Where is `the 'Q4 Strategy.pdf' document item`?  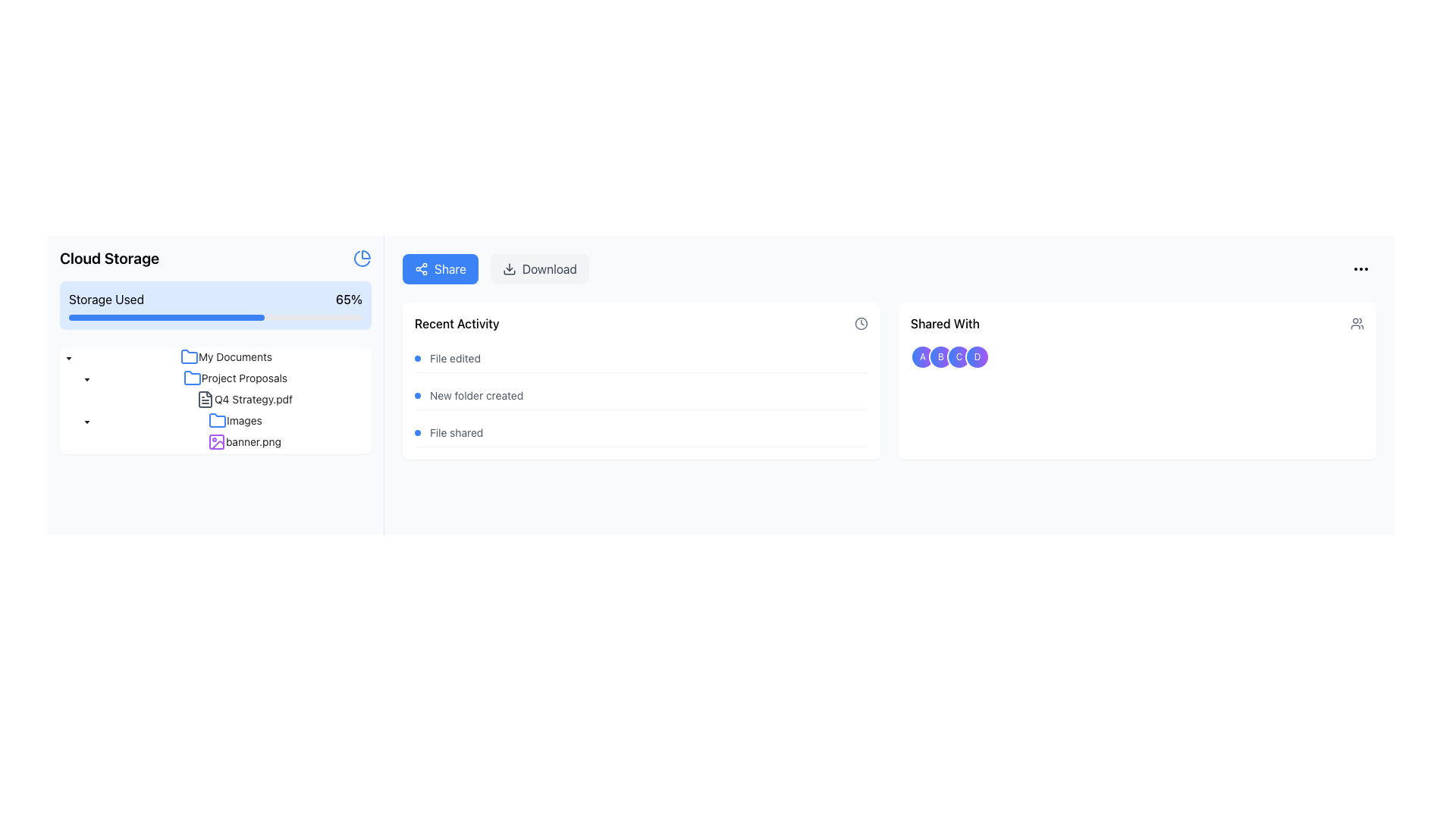
the 'Q4 Strategy.pdf' document item is located at coordinates (244, 399).